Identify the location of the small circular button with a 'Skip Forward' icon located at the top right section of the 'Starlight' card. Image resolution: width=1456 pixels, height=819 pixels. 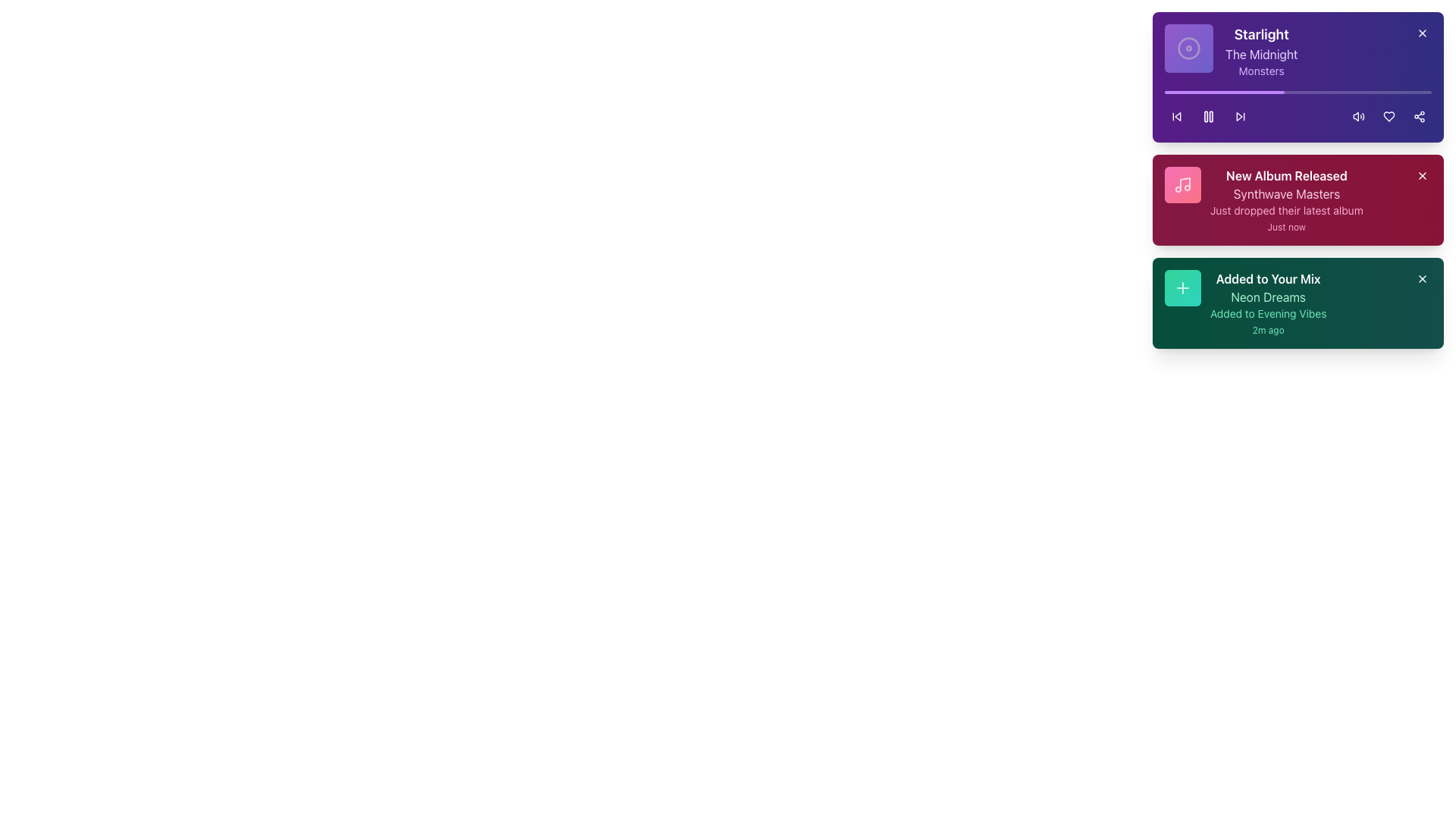
(1241, 116).